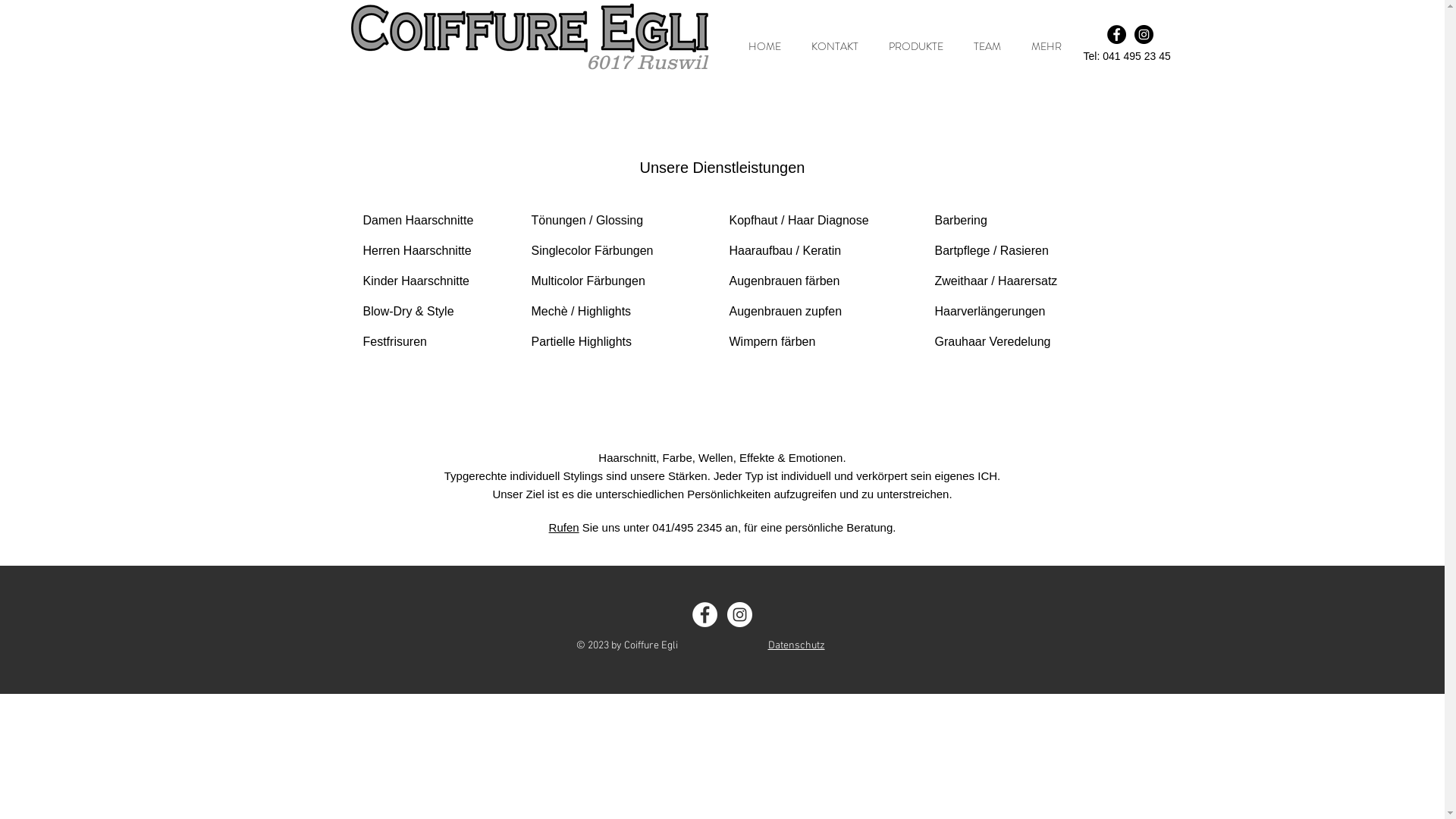 The width and height of the screenshot is (1456, 819). Describe the element at coordinates (529, 28) in the screenshot. I see `'Coiffure Egli 6017 Ruswil'` at that location.